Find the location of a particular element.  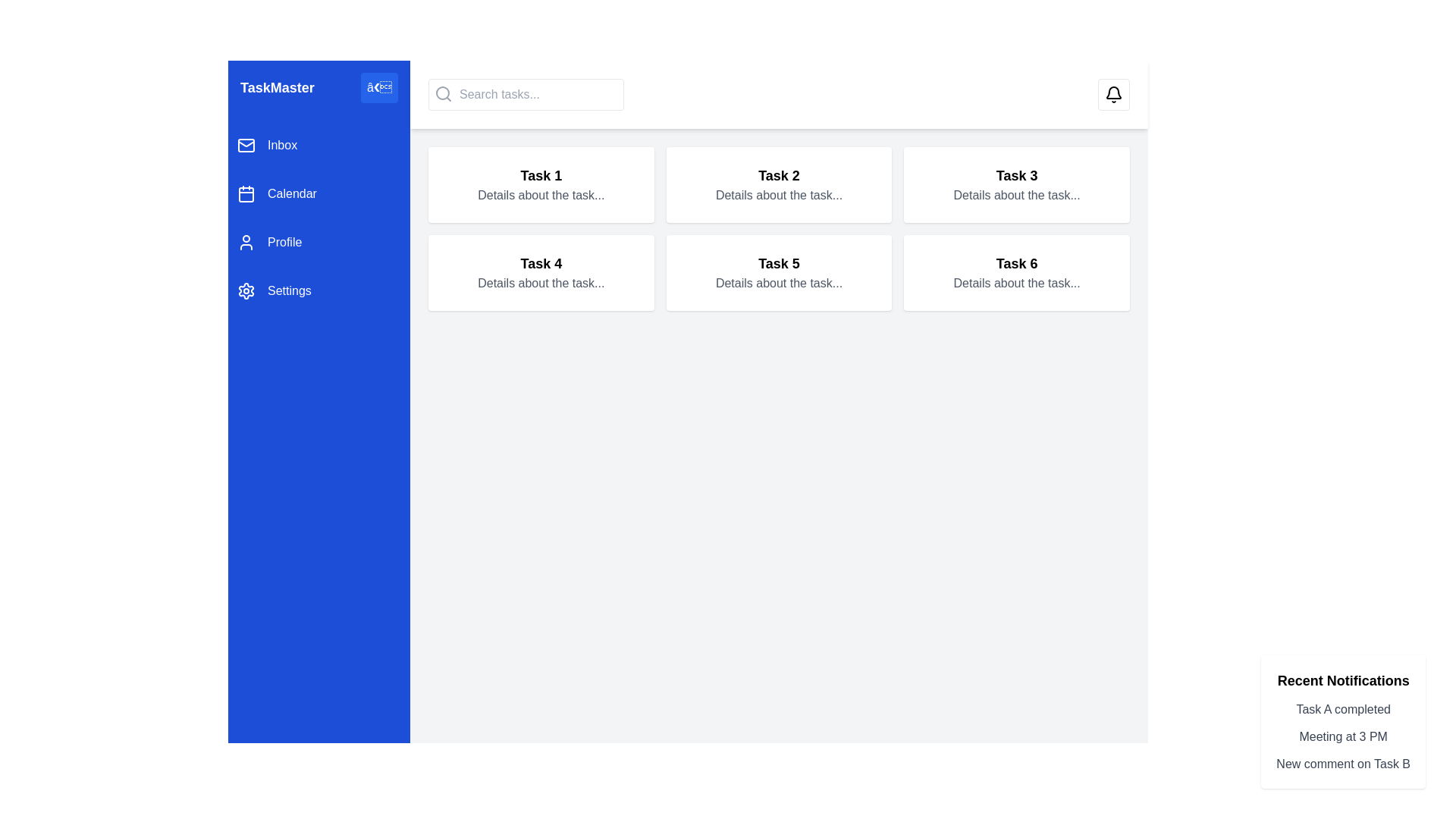

information displayed in the text label that says 'Task A completed', which is styled in gray color and located at the bottom-right corner of the interface within the notification section is located at coordinates (1343, 710).